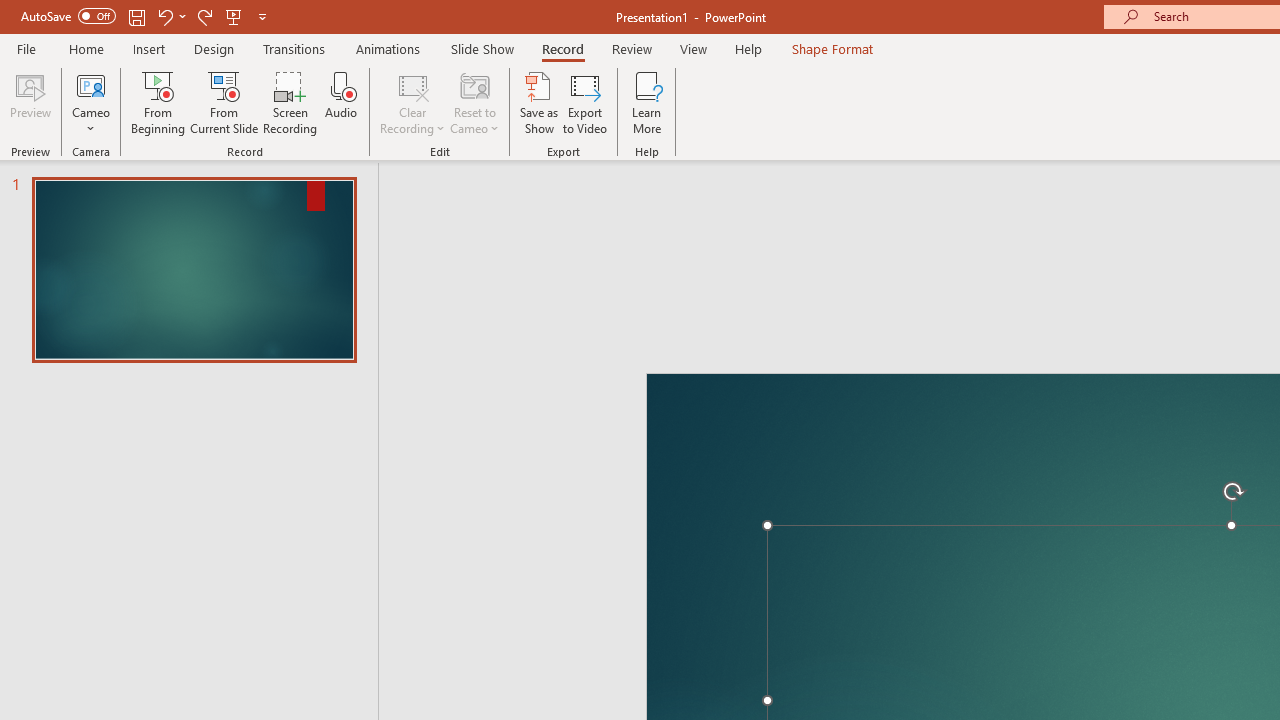  What do you see at coordinates (630, 48) in the screenshot?
I see `'Review'` at bounding box center [630, 48].